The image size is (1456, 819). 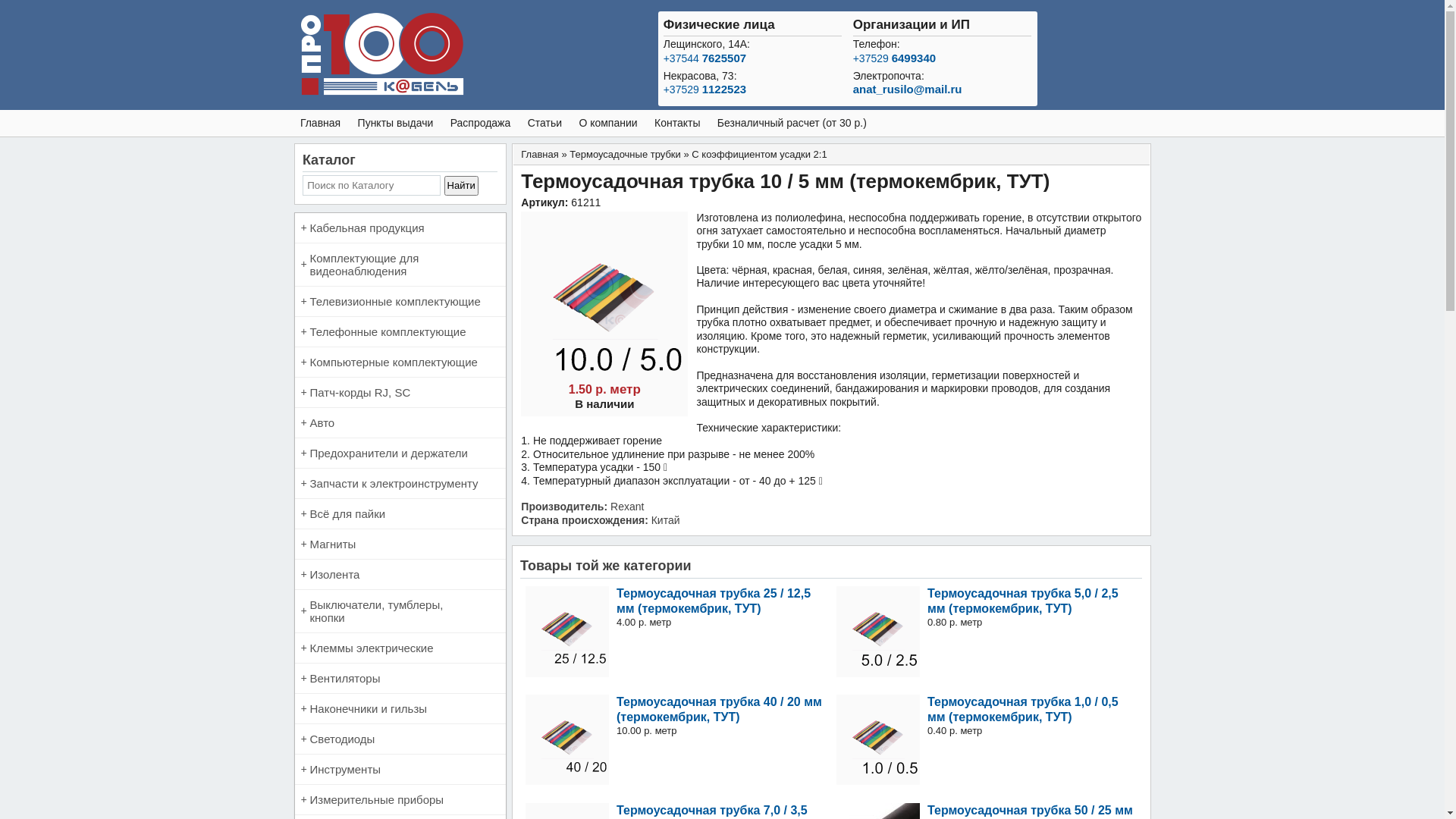 What do you see at coordinates (894, 58) in the screenshot?
I see `'+37529 6499340'` at bounding box center [894, 58].